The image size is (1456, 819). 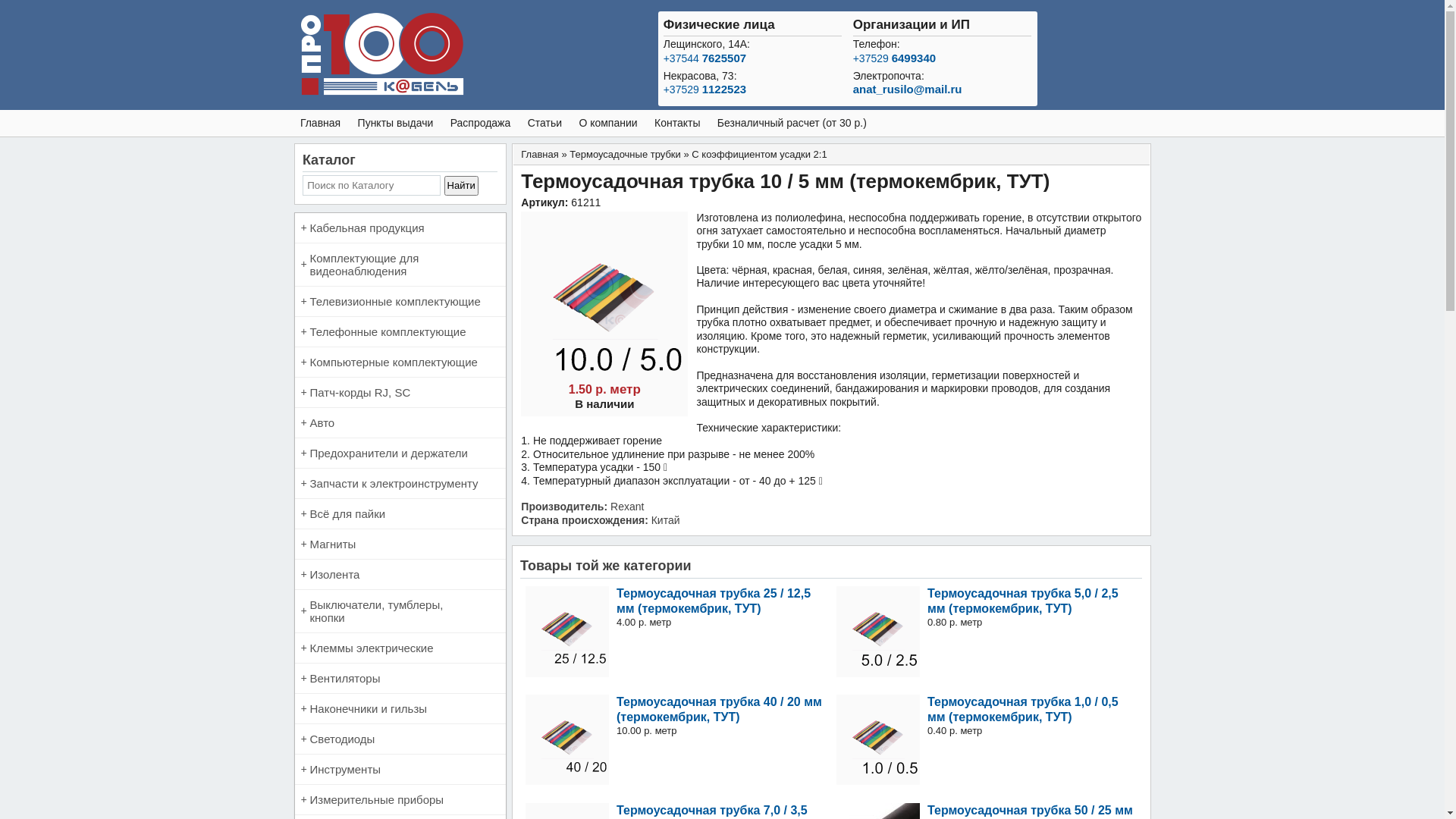 What do you see at coordinates (894, 58) in the screenshot?
I see `'+37529 6499340'` at bounding box center [894, 58].